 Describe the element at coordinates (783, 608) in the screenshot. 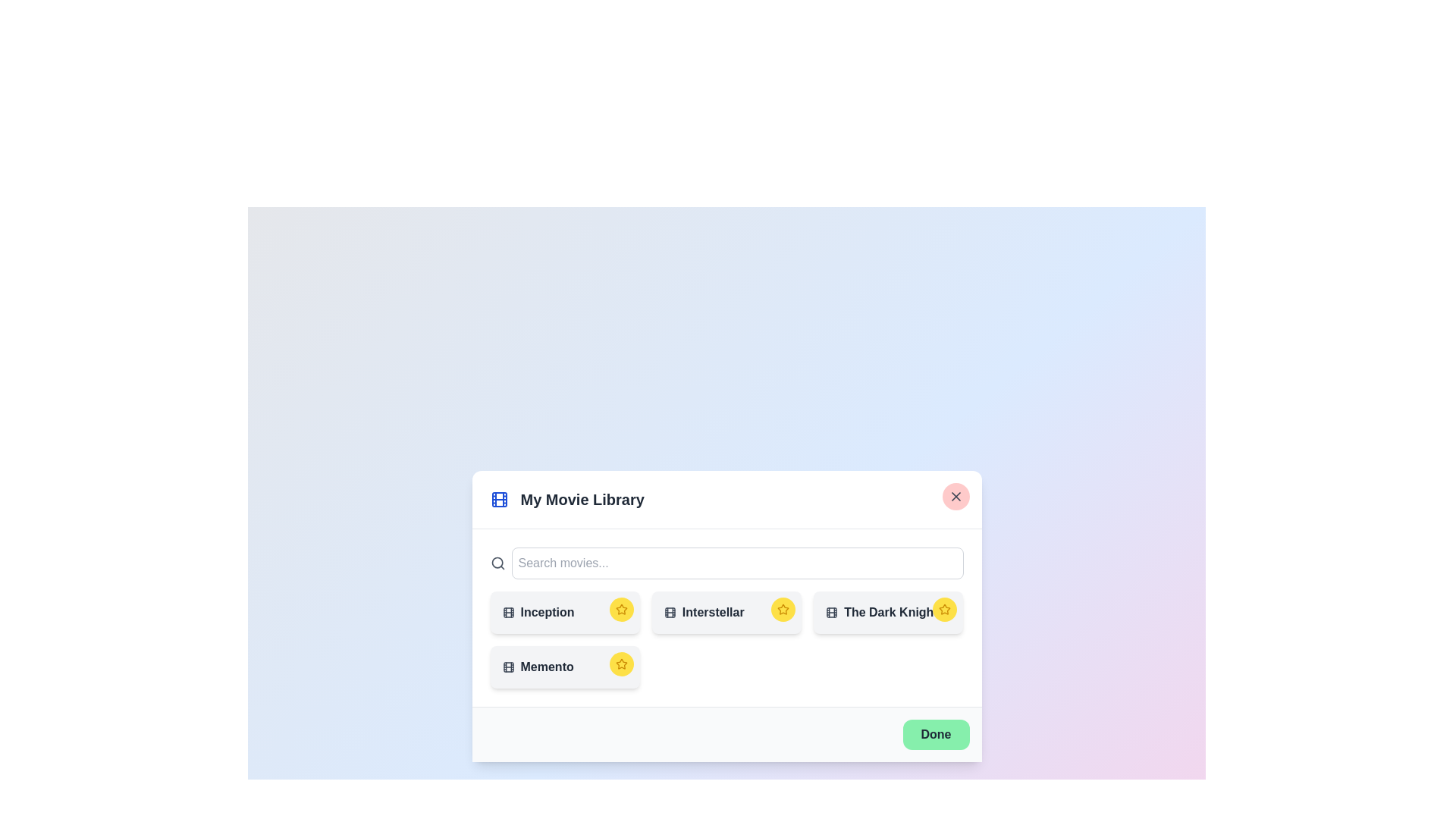

I see `the favorite icon located to the right of the 'Interstellar' text label in the movie list` at that location.